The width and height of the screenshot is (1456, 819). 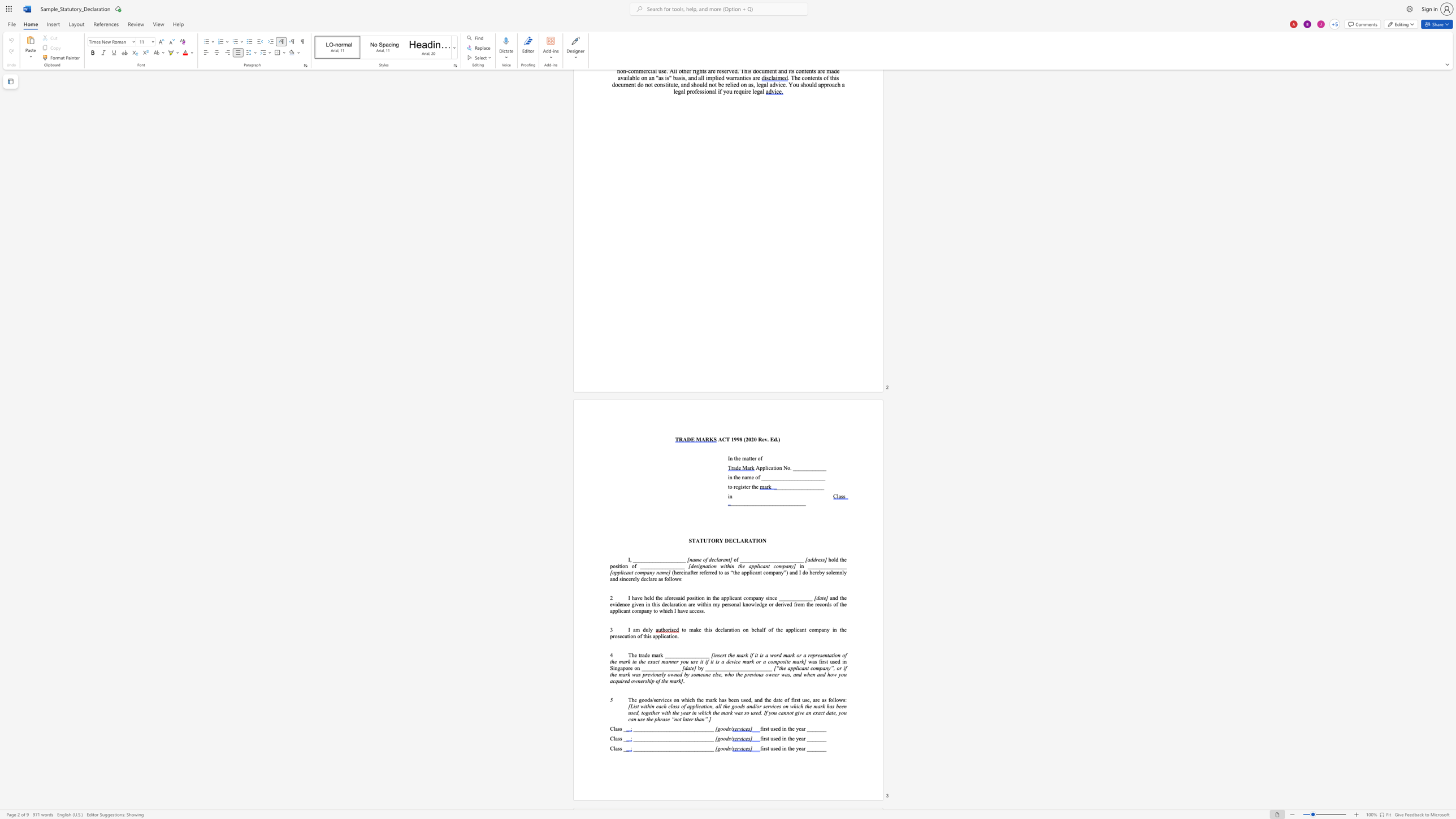 What do you see at coordinates (645, 597) in the screenshot?
I see `the 2th character "h" in the text` at bounding box center [645, 597].